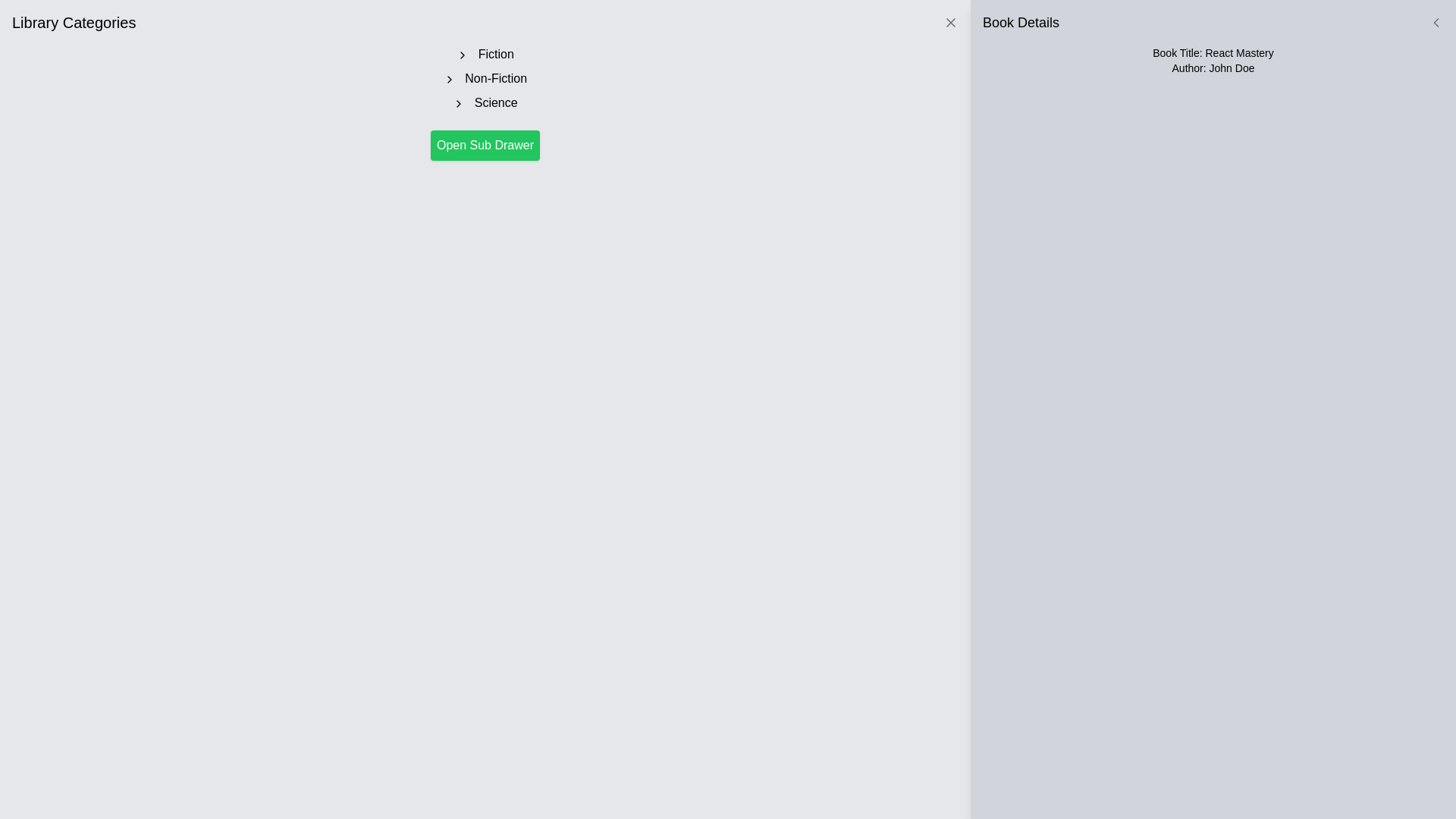 The width and height of the screenshot is (1456, 819). What do you see at coordinates (484, 146) in the screenshot?
I see `the button located in the middle-left section of the sidebar under the 'Library Categories' header` at bounding box center [484, 146].